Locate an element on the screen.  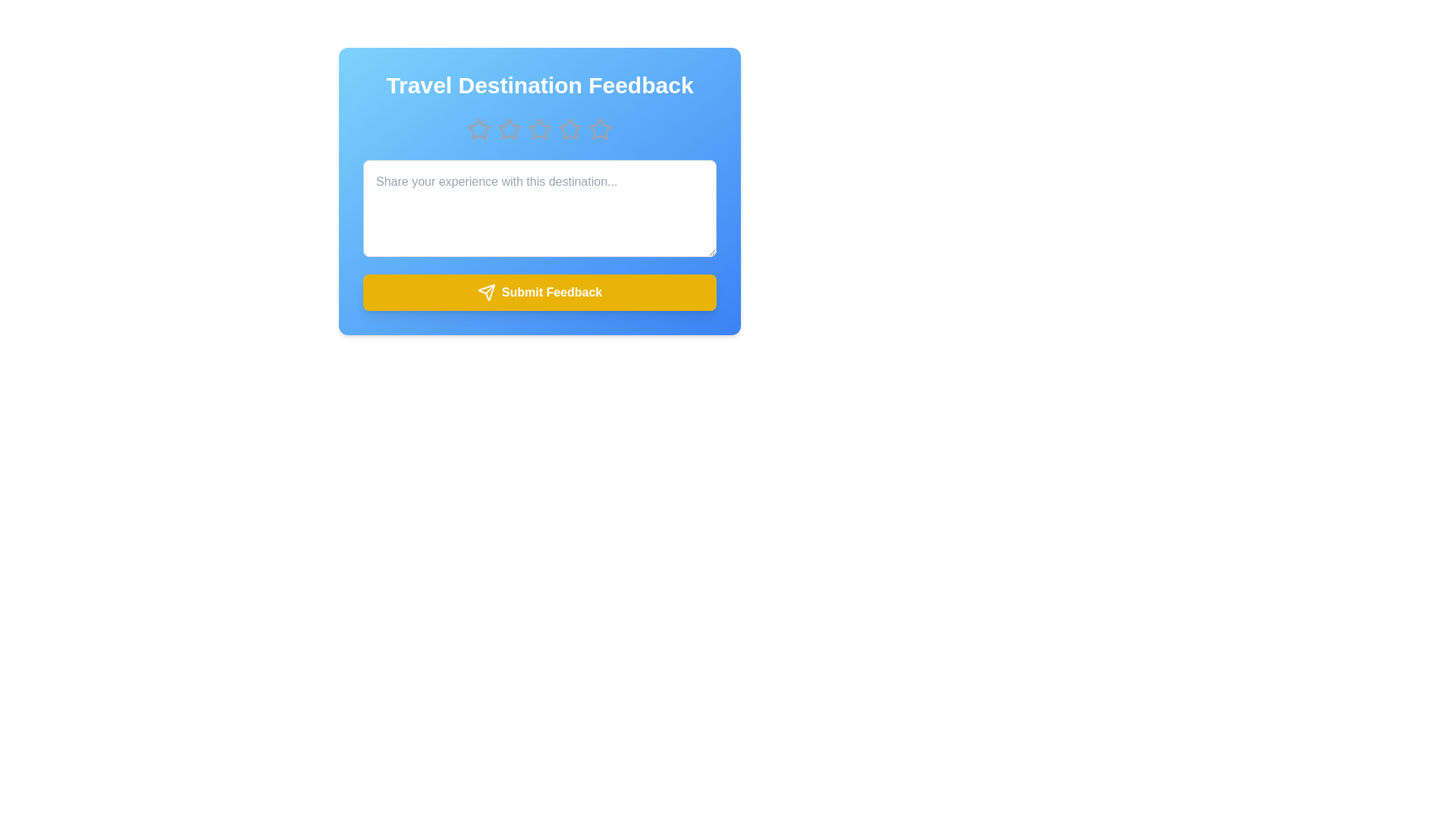
the star corresponding to 5 to preview the rating is located at coordinates (600, 128).